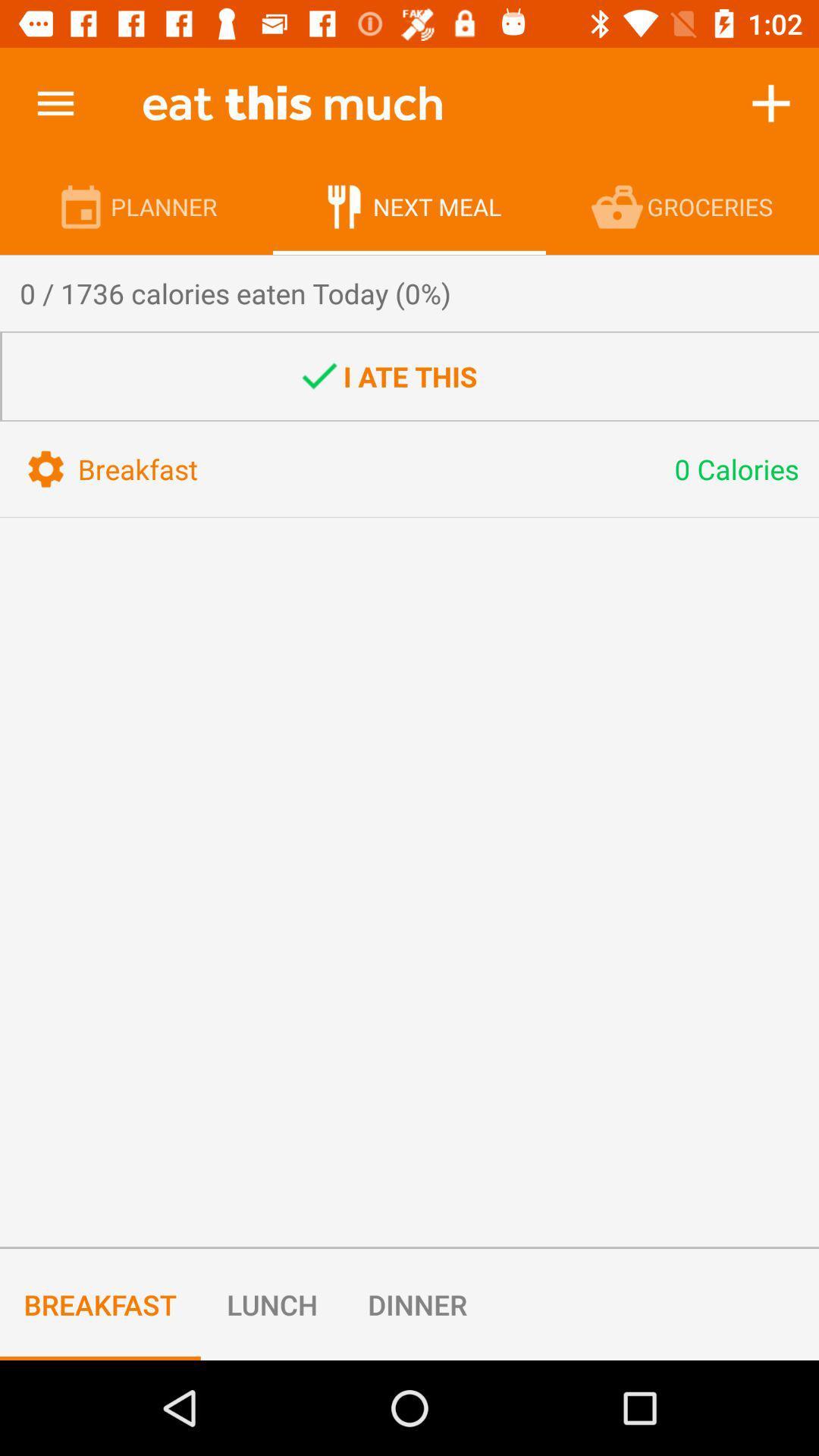 The height and width of the screenshot is (1456, 819). I want to click on the icon above the groceries, so click(771, 102).